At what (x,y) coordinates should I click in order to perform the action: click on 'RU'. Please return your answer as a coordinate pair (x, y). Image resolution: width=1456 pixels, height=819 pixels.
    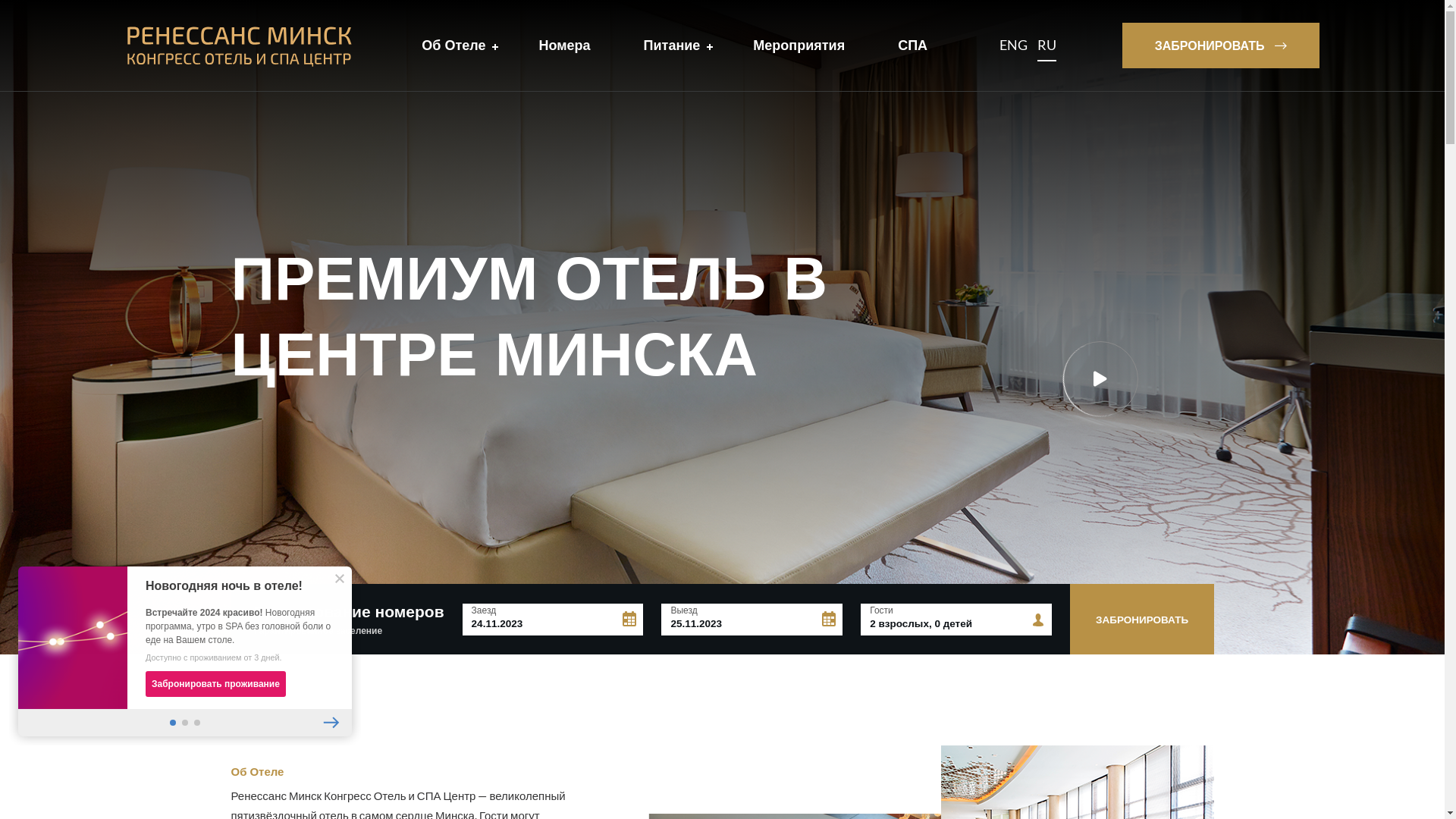
    Looking at the image, I should click on (1046, 45).